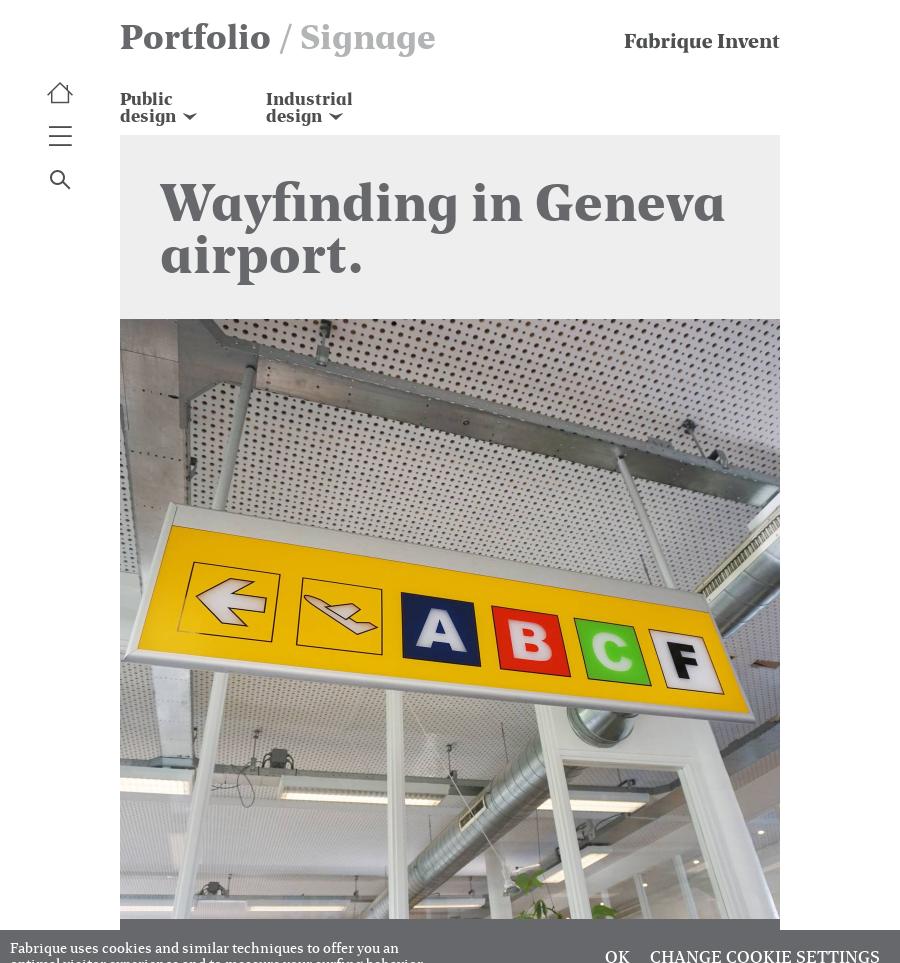  Describe the element at coordinates (297, 202) in the screenshot. I see `'Lighting'` at that location.